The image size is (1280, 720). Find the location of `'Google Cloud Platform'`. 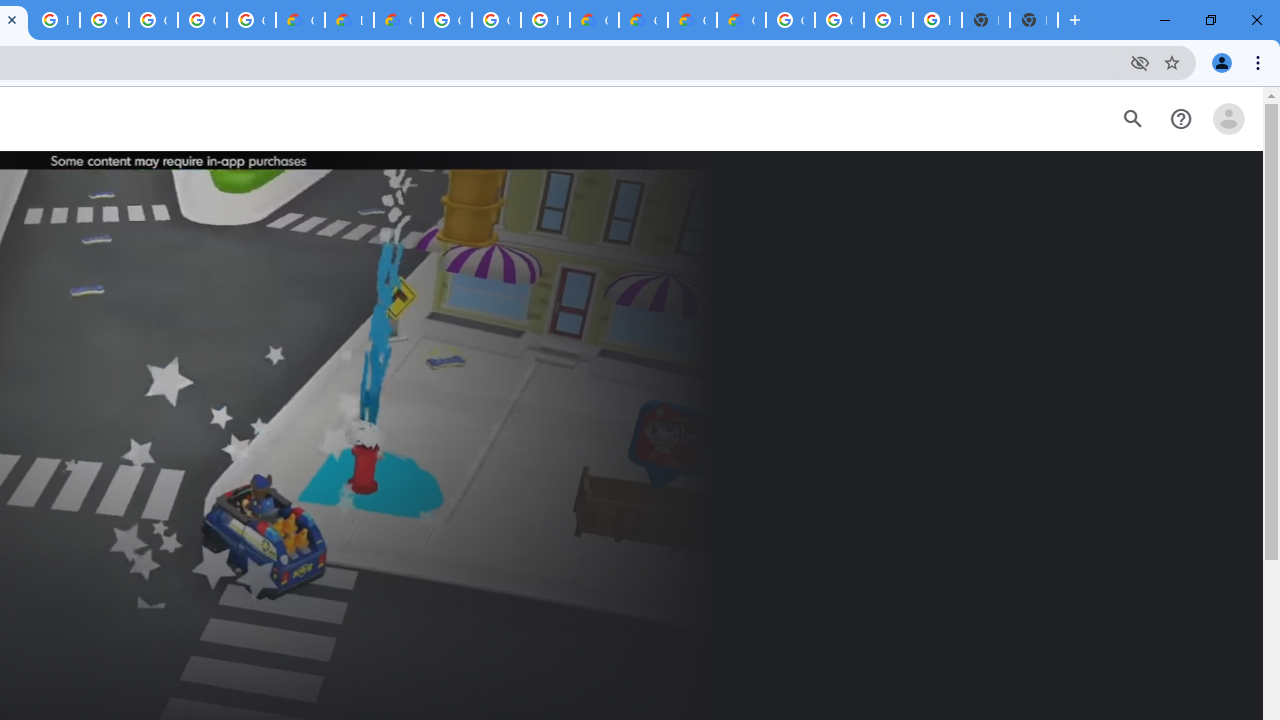

'Google Cloud Platform' is located at coordinates (446, 20).